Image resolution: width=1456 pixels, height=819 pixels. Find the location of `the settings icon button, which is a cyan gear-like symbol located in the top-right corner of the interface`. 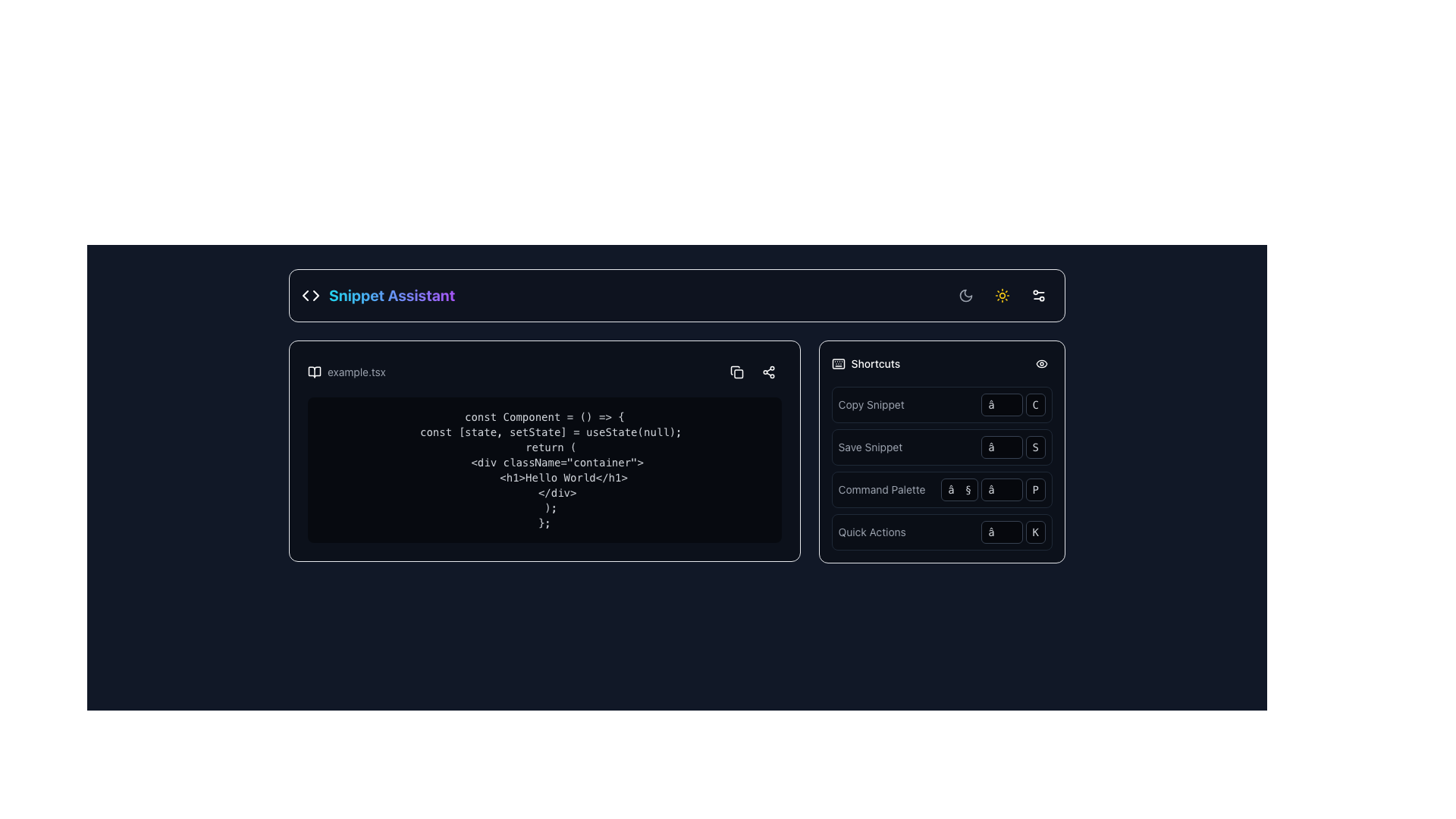

the settings icon button, which is a cyan gear-like symbol located in the top-right corner of the interface is located at coordinates (1037, 295).